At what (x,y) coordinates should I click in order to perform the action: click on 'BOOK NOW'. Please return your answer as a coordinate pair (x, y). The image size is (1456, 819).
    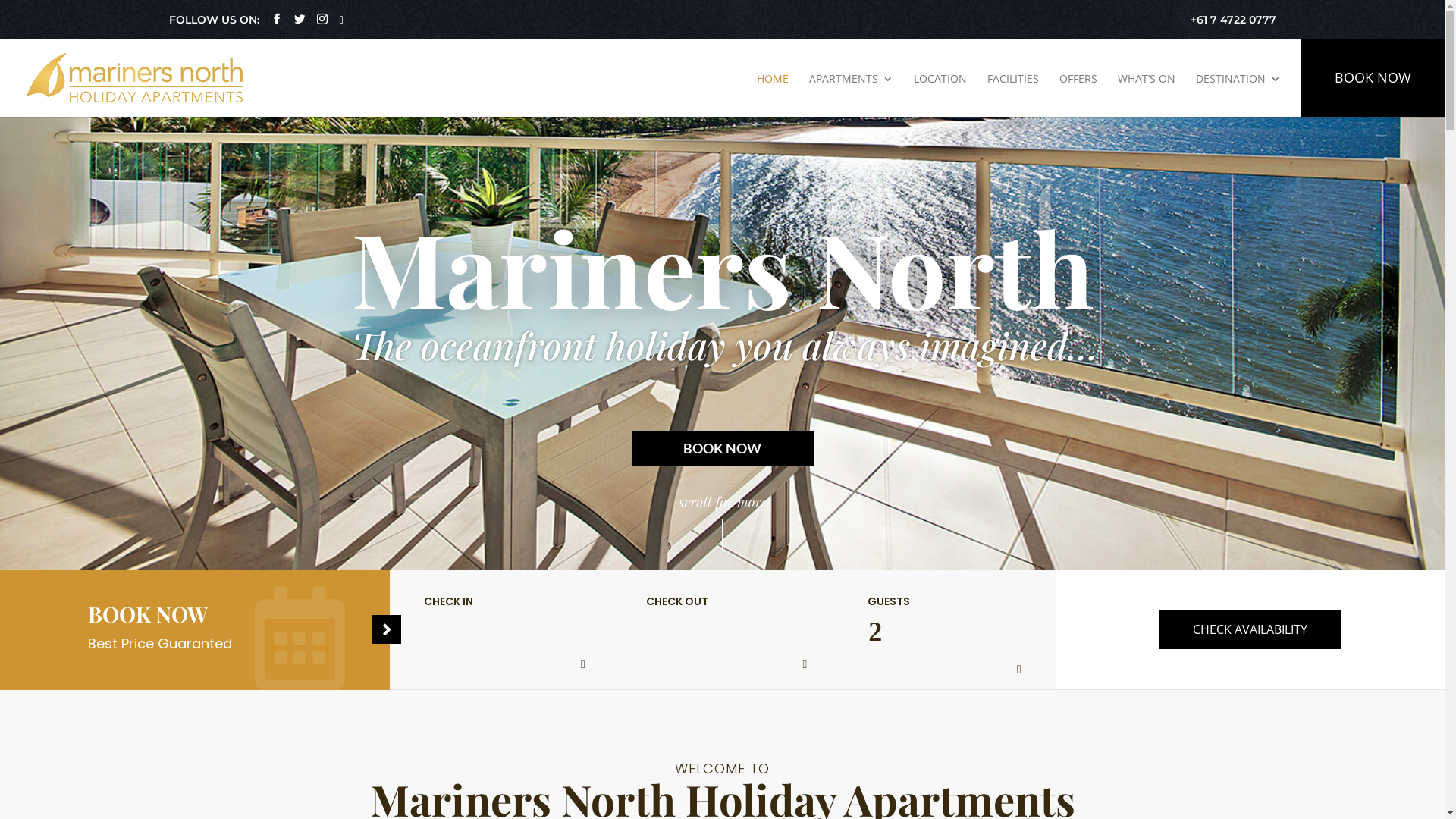
    Looking at the image, I should click on (1373, 77).